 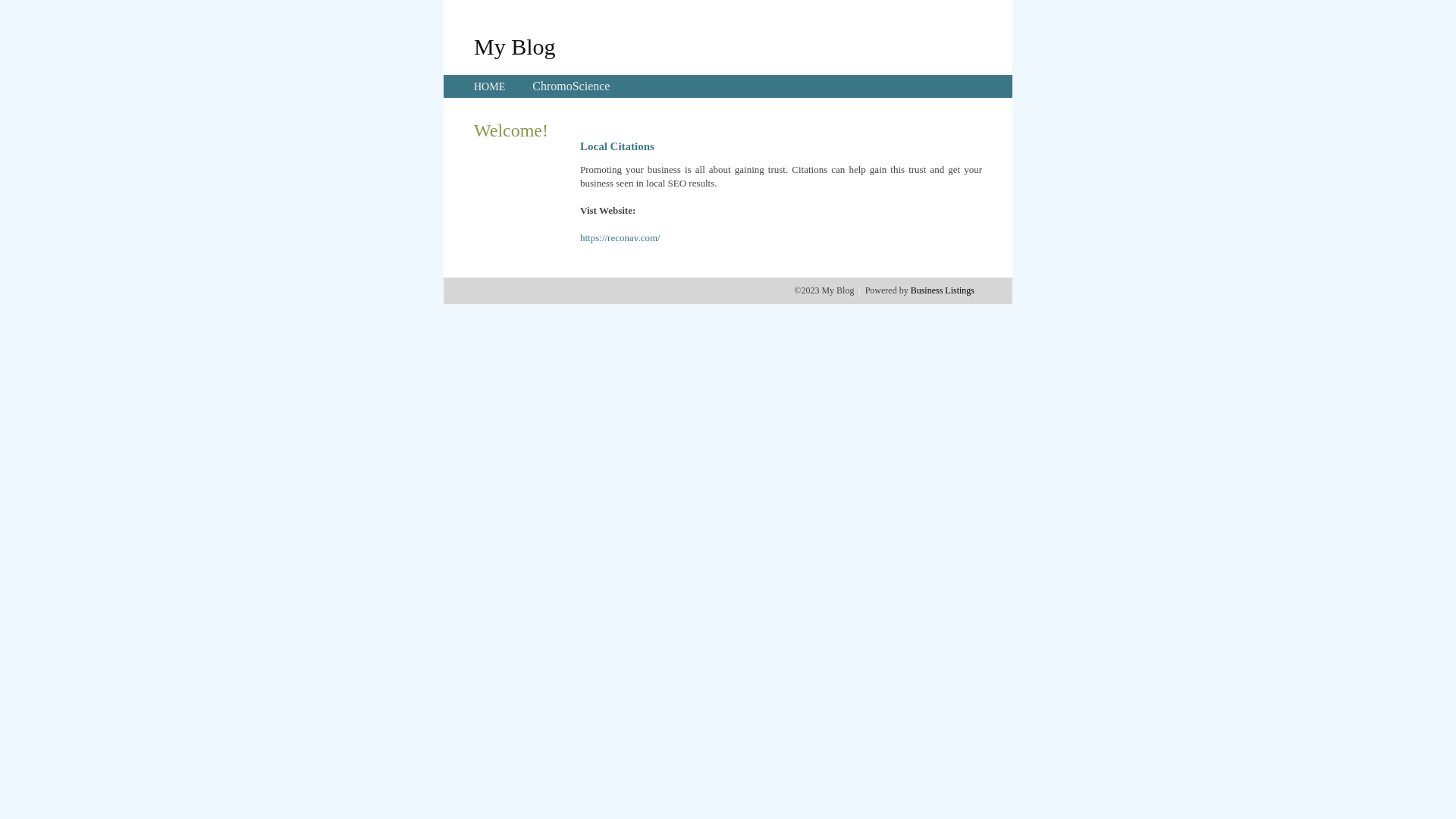 What do you see at coordinates (942, 290) in the screenshot?
I see `'Business Listings'` at bounding box center [942, 290].